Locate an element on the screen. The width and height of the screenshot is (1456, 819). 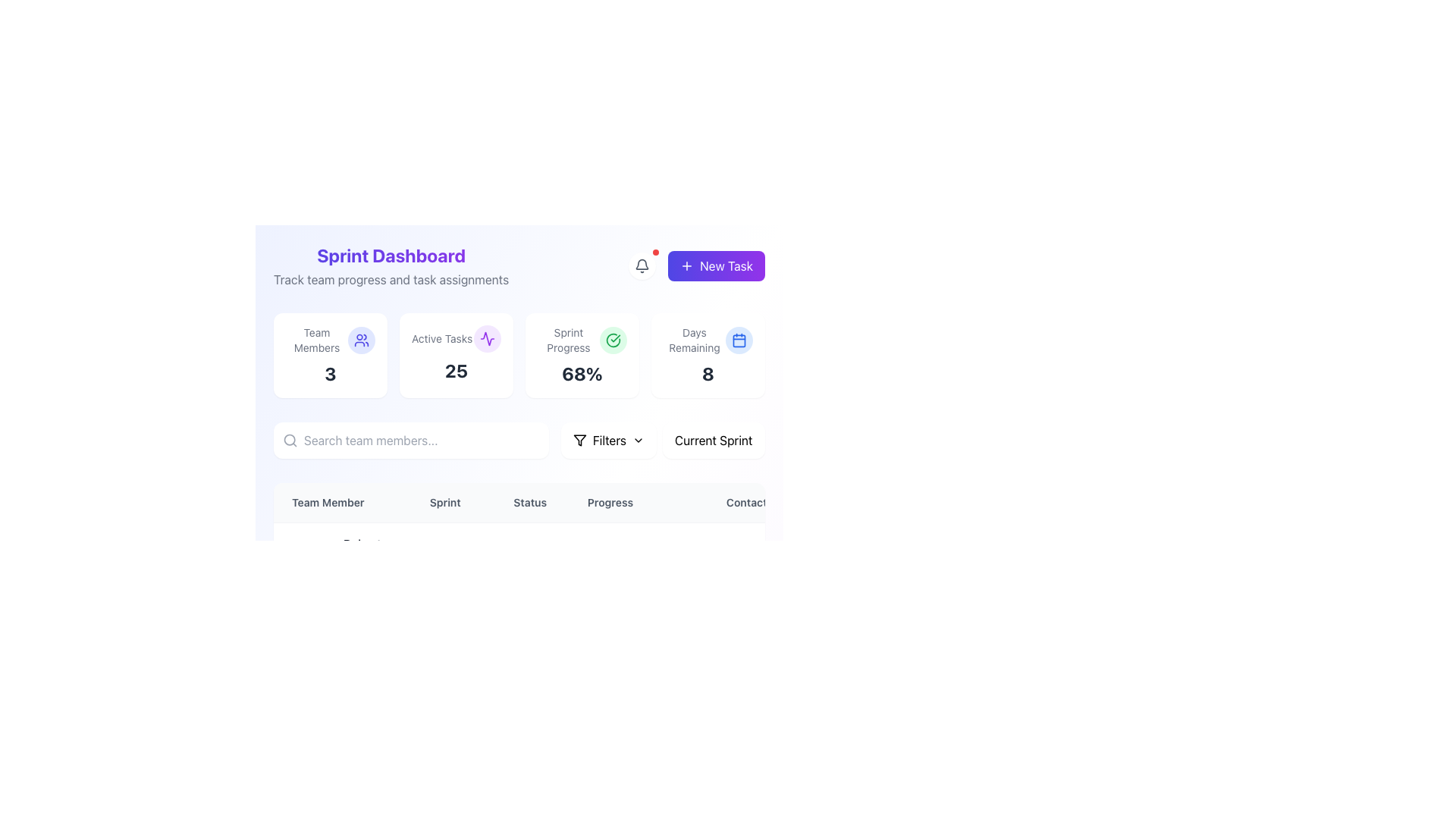
the bell icon located at the top right of the dashboard, which serves as an indicator for notifications is located at coordinates (642, 265).